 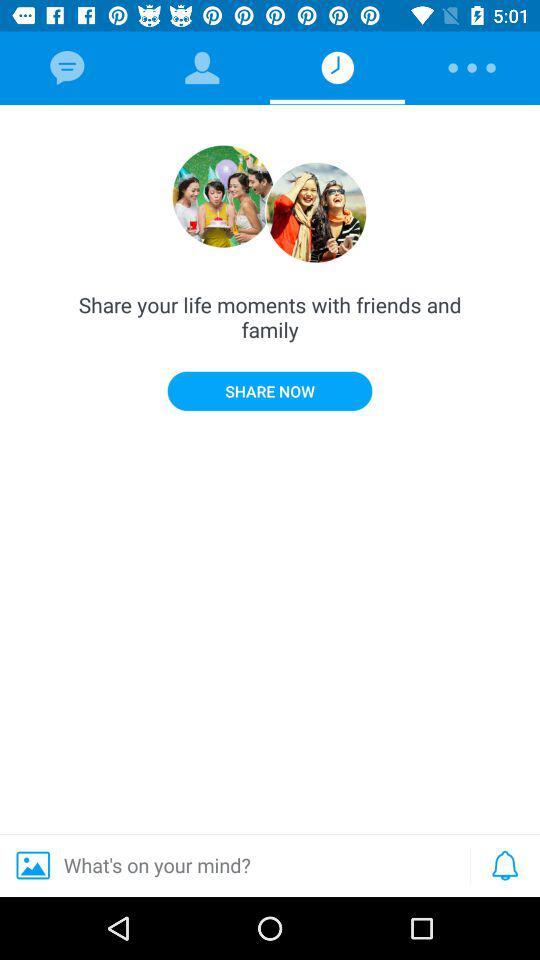 I want to click on the item below share your life item, so click(x=504, y=864).